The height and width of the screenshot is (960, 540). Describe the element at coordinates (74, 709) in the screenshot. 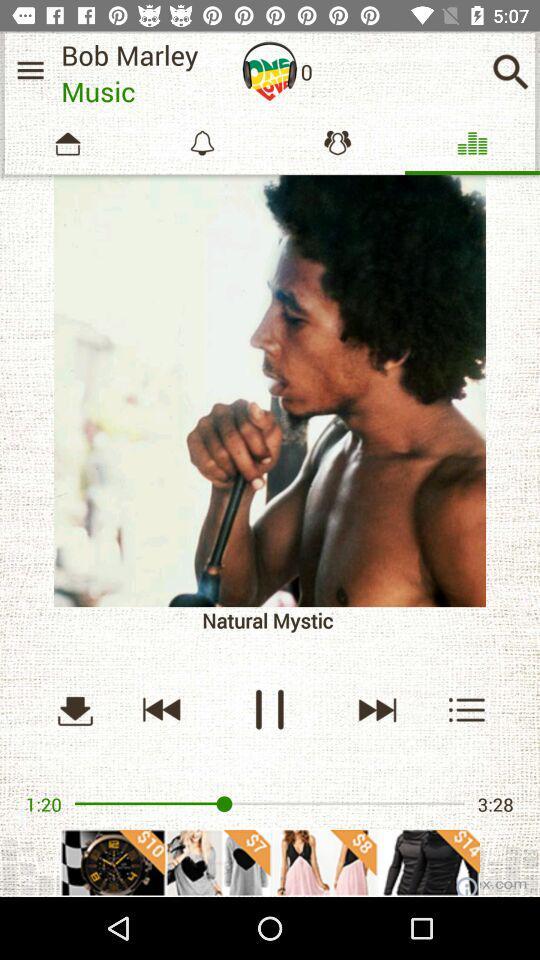

I see `download song` at that location.